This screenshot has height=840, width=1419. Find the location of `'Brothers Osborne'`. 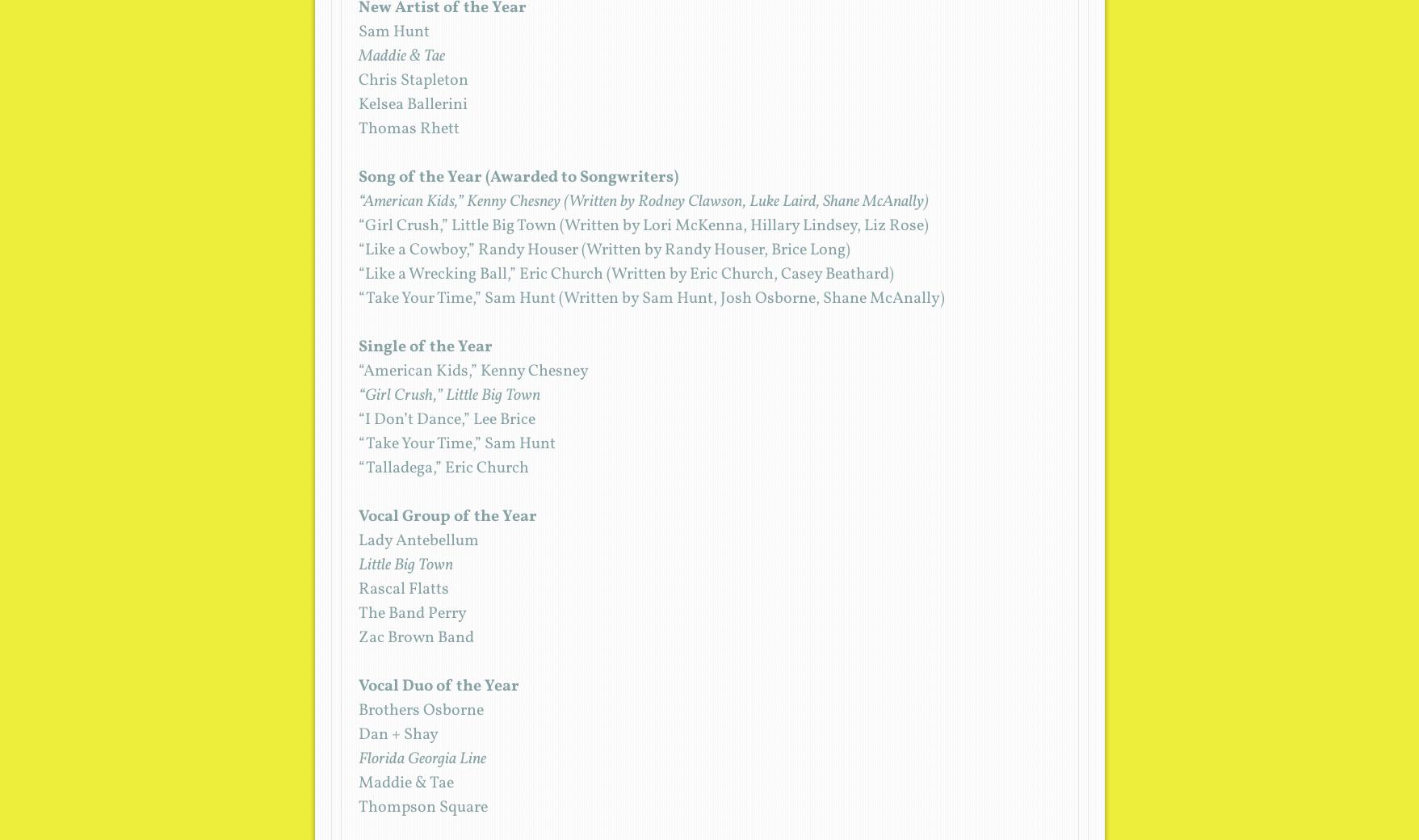

'Brothers Osborne' is located at coordinates (420, 710).